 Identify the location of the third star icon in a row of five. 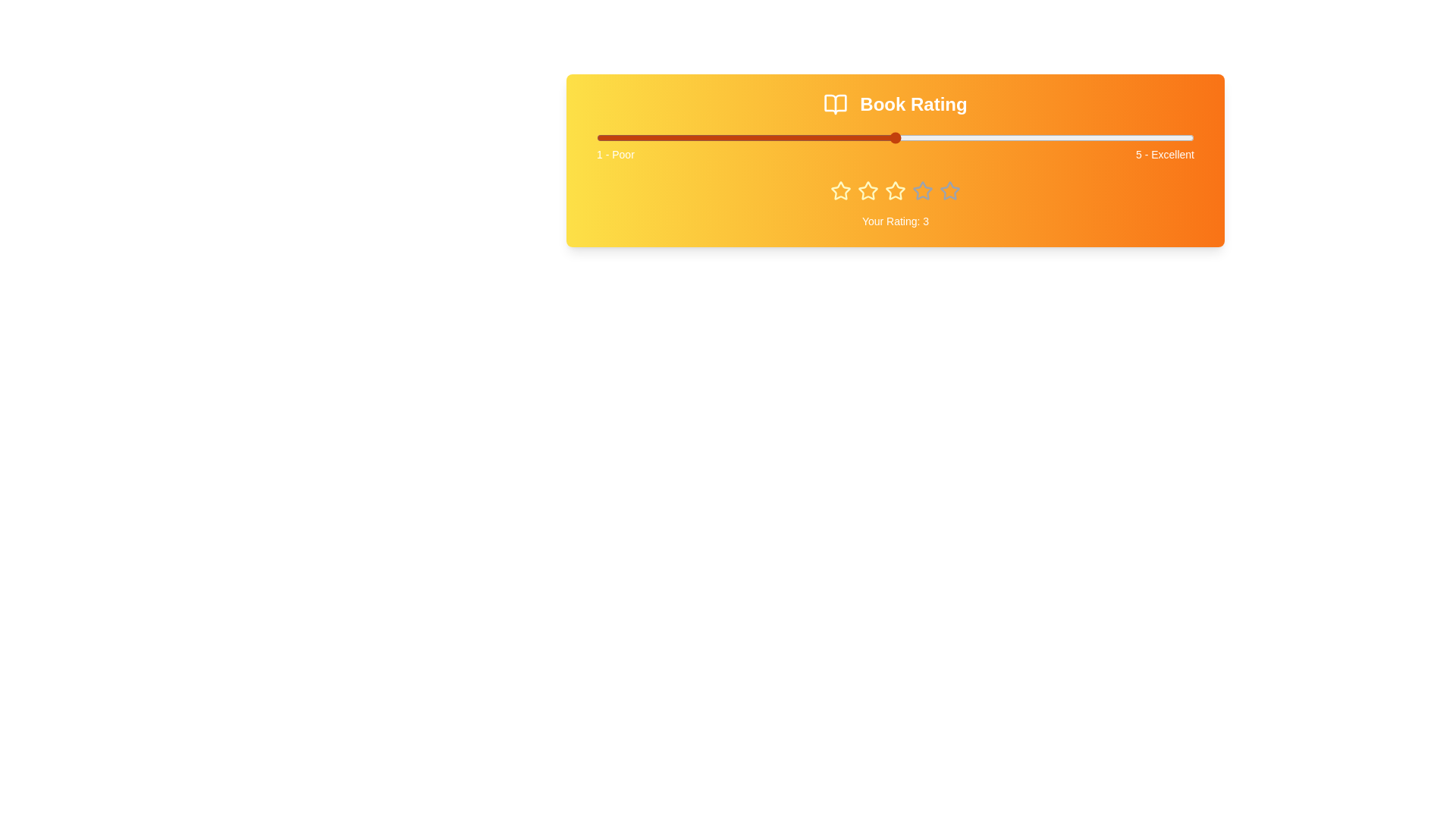
(895, 190).